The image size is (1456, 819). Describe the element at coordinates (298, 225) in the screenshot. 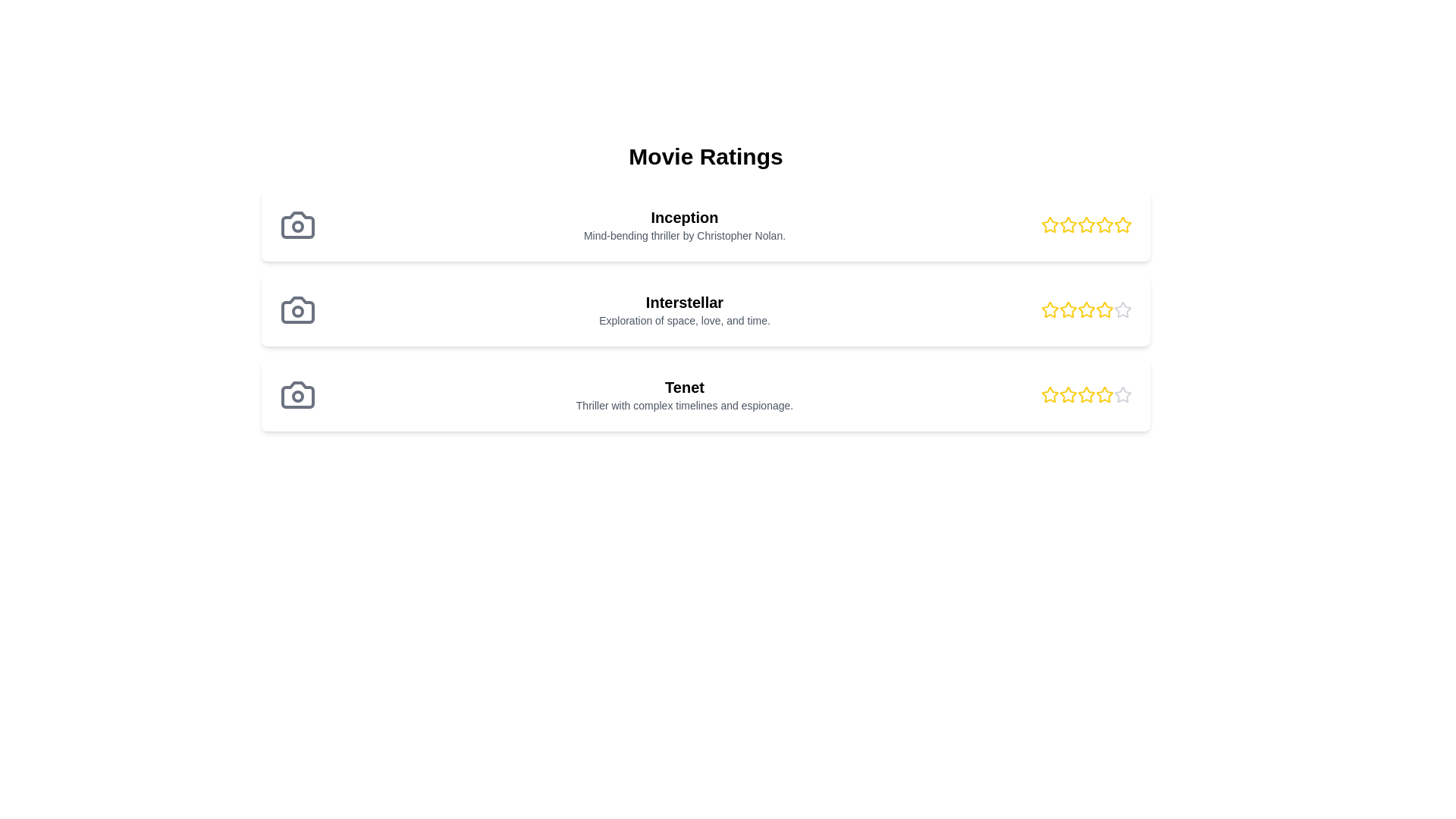

I see `the minimalist gray camera icon that is the leftmost item in the list entry for the movie 'Inception'` at that location.